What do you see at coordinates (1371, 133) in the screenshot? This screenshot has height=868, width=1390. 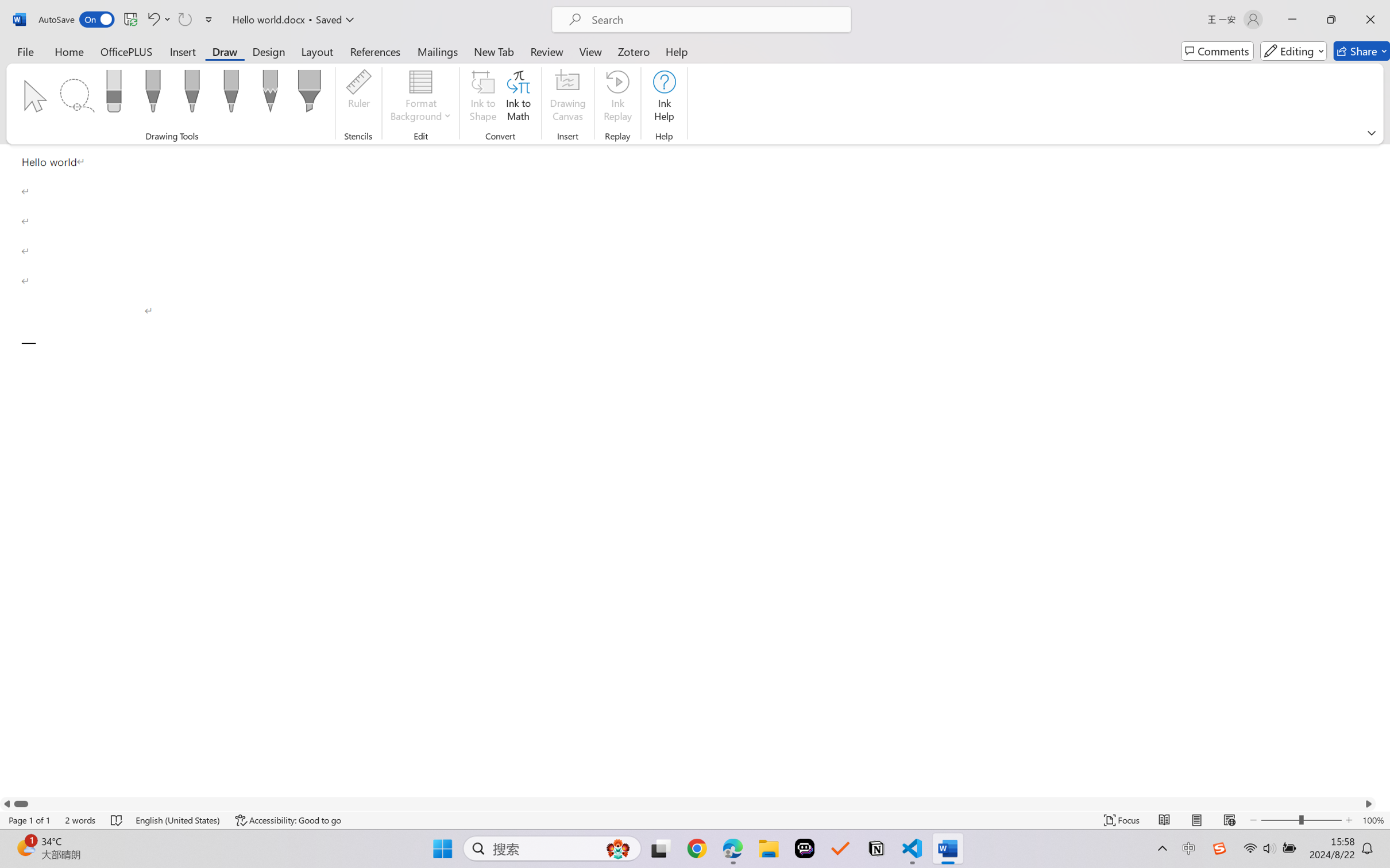 I see `'Ribbon Display Options'` at bounding box center [1371, 133].